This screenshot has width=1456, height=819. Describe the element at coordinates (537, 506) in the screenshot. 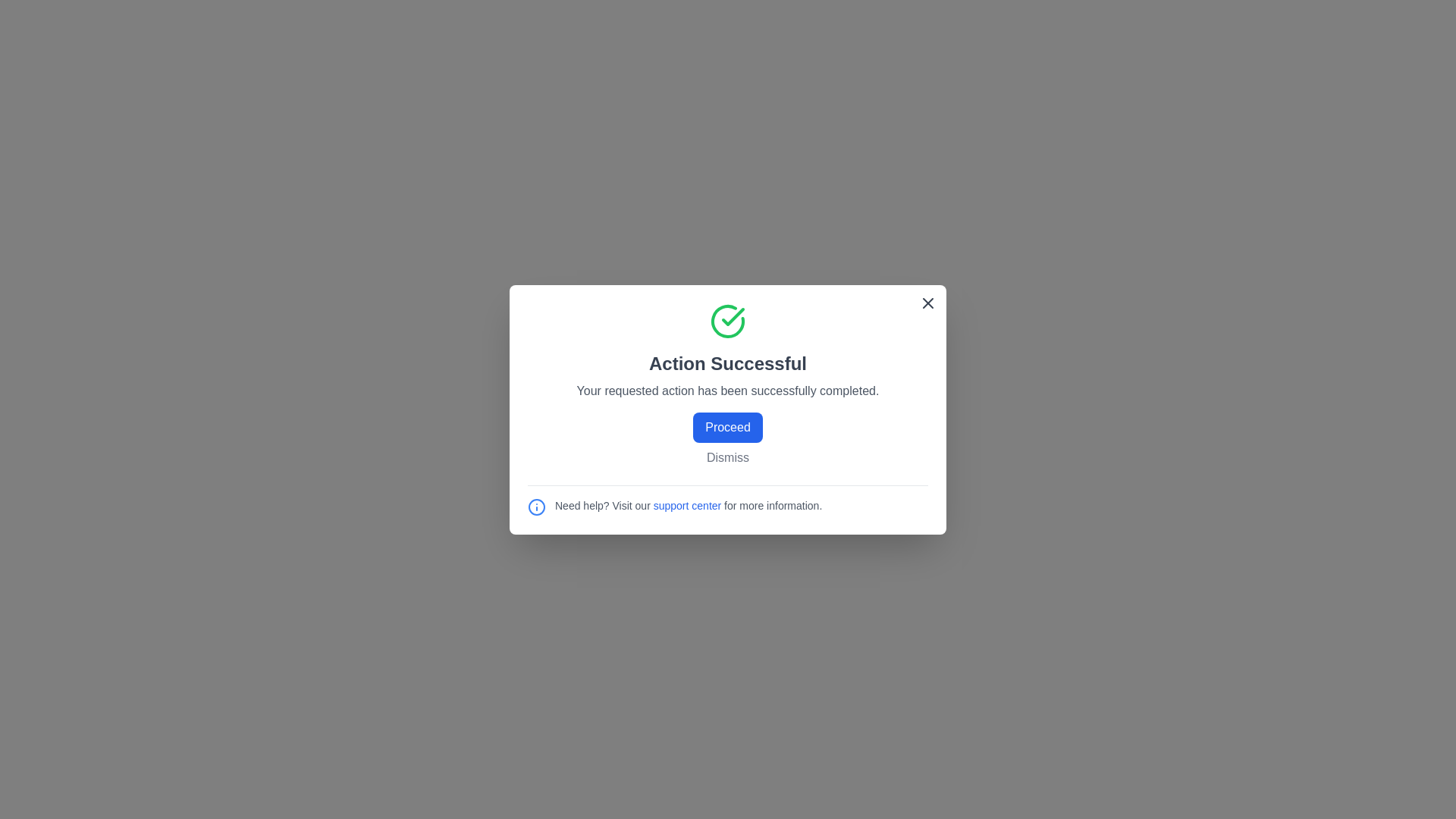

I see `the help icon located to the left of the text 'Need help? Visit our support center for more information.'` at that location.